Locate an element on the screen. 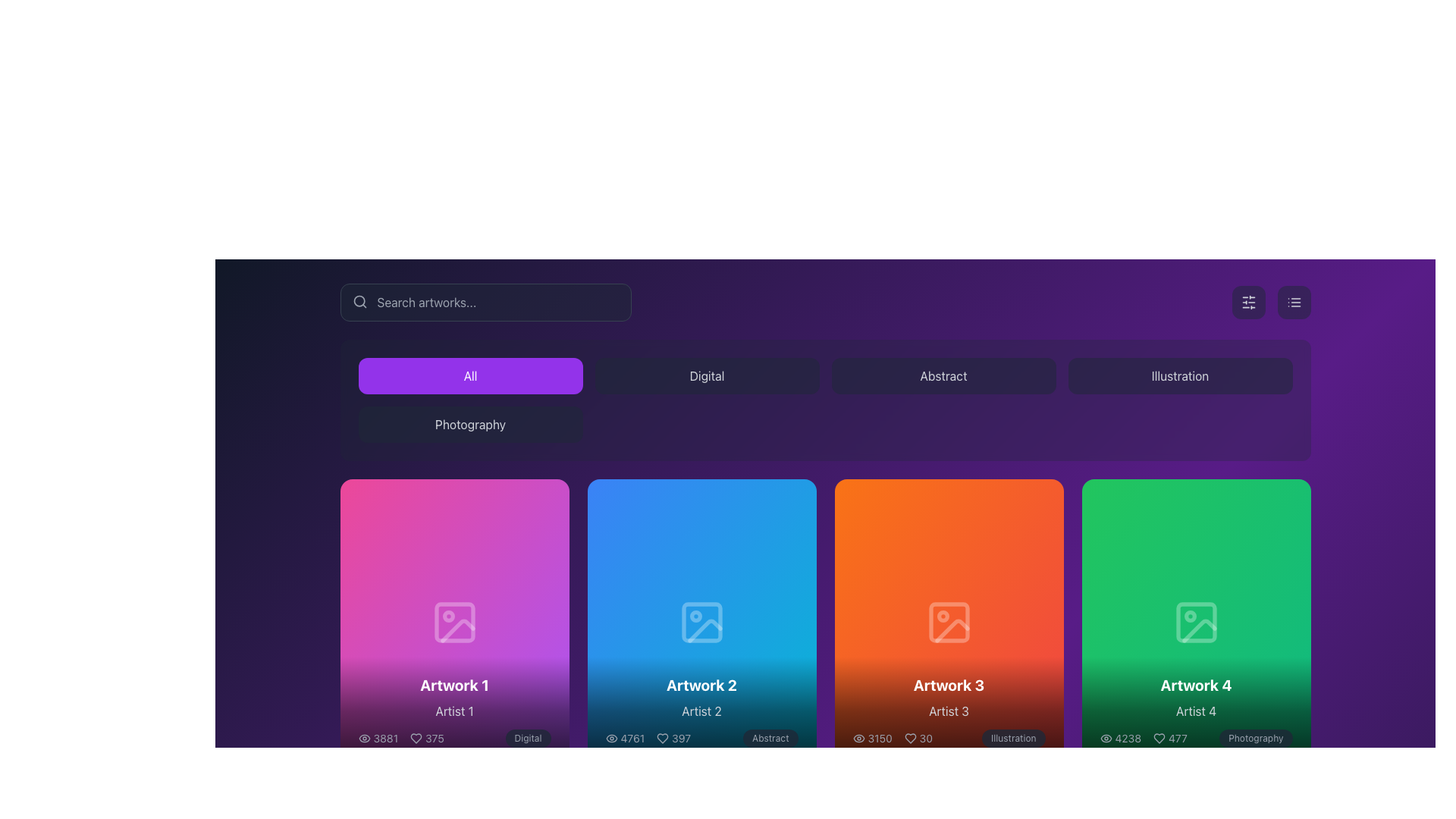 This screenshot has width=1456, height=819. the small circular graphical element within the fourth artwork card labeled 'Artwork 4', located in the upper-left region of the picture component is located at coordinates (1189, 616).